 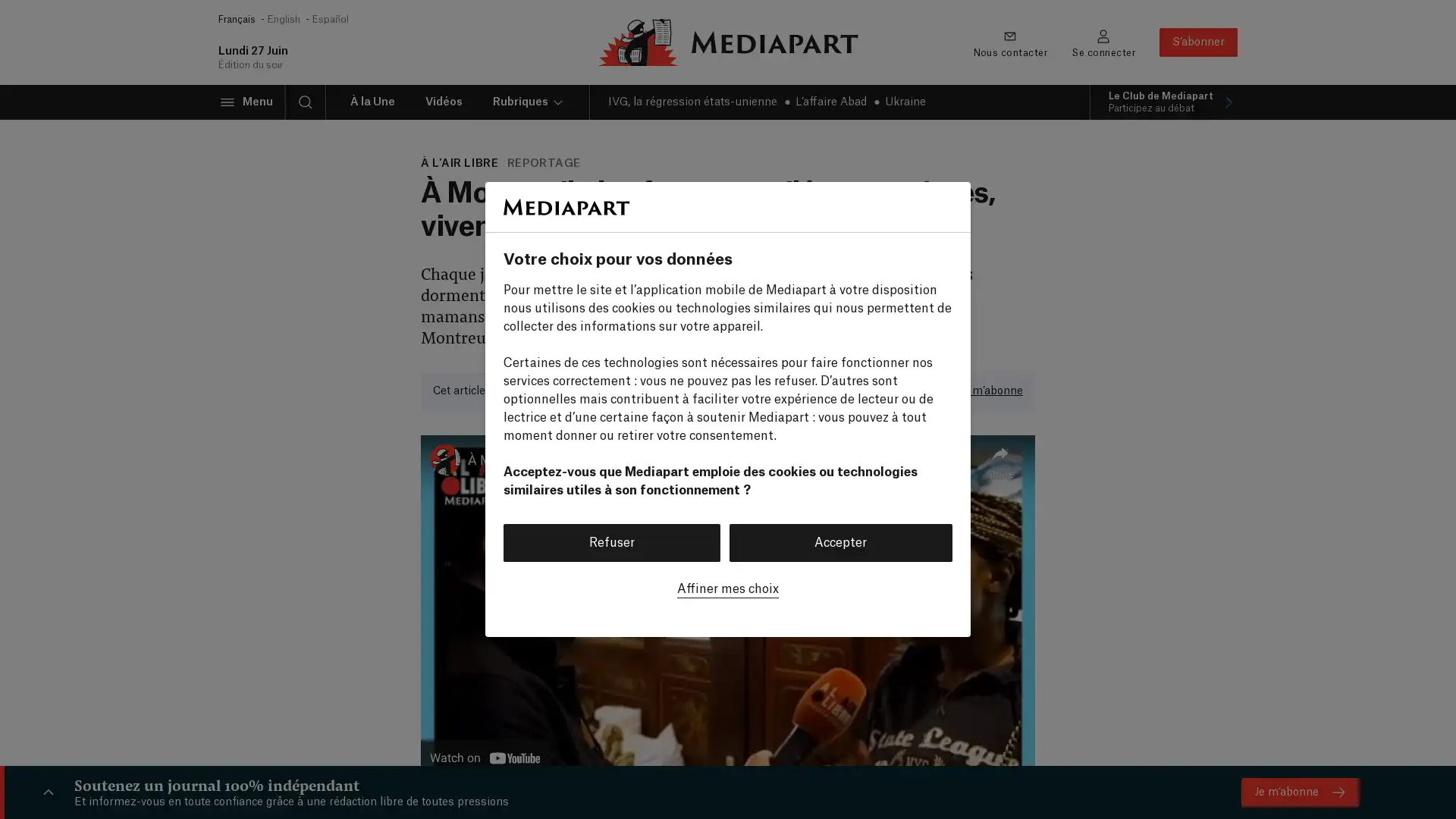 What do you see at coordinates (839, 541) in the screenshot?
I see `Accepter` at bounding box center [839, 541].